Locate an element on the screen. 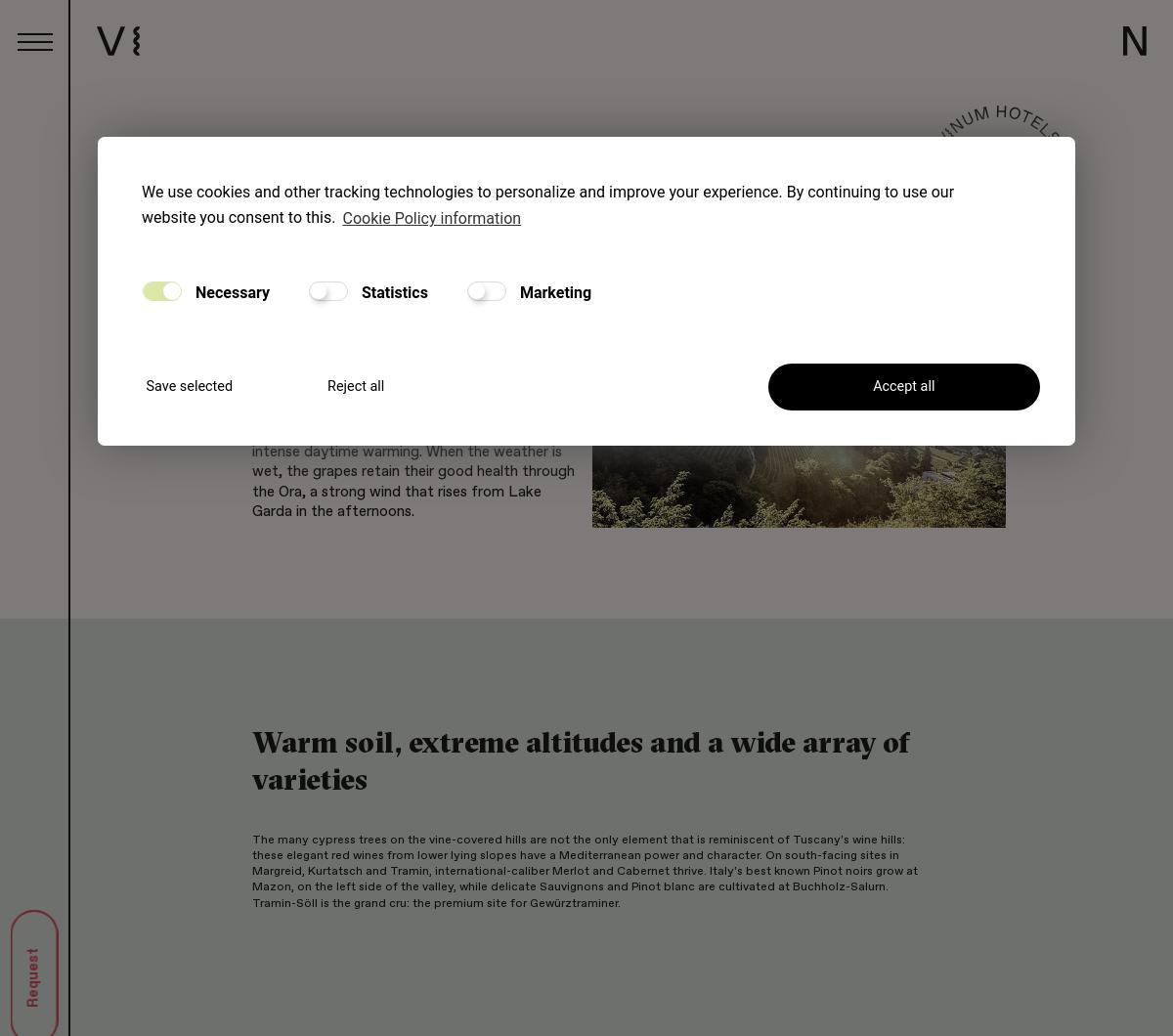 The width and height of the screenshot is (1173, 1036). 'We use cookies and other tracking technologies to personalize and improve your experience. By continuing to use our website you consent to this.' is located at coordinates (546, 203).